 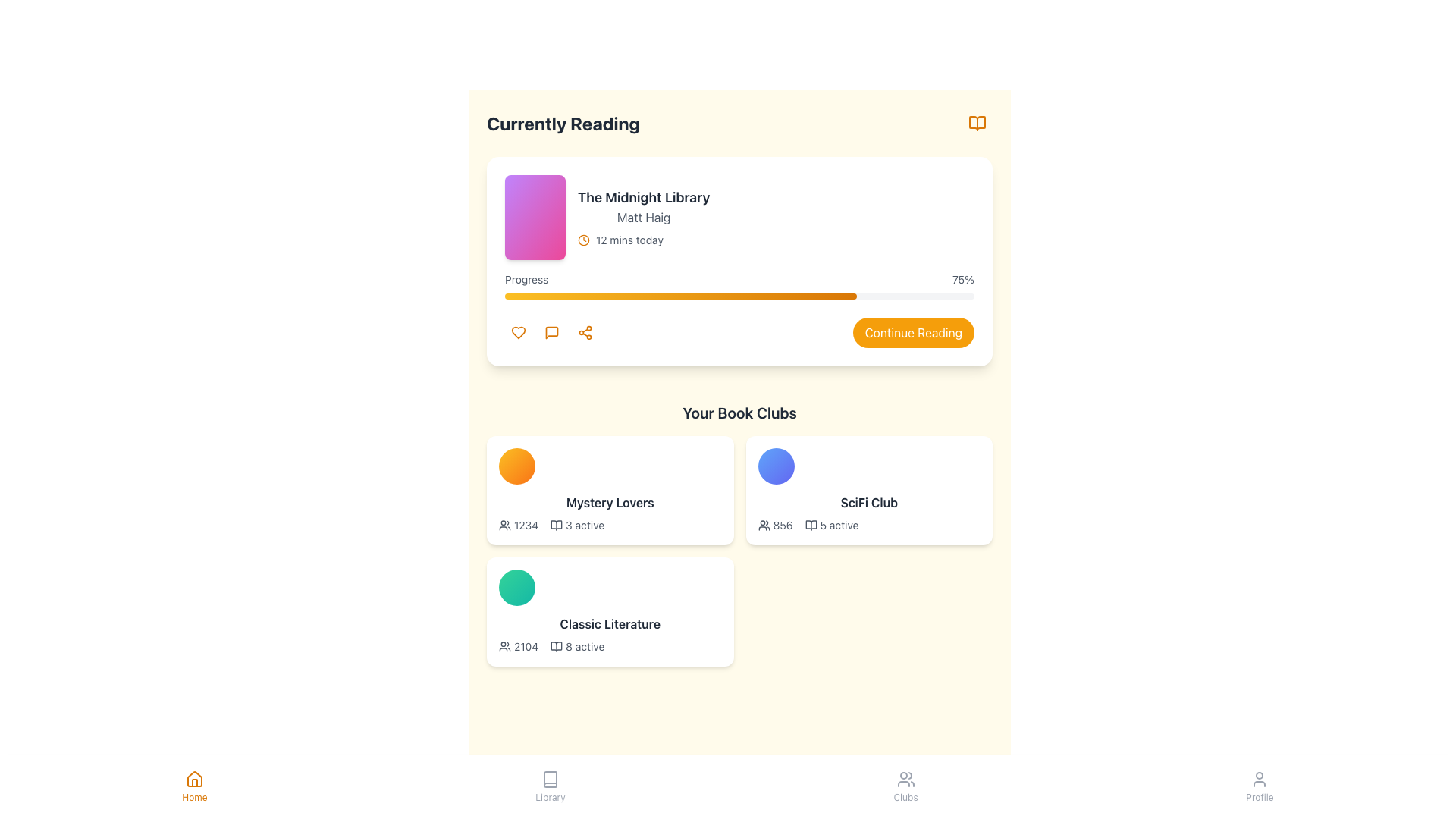 What do you see at coordinates (519, 332) in the screenshot?
I see `the circular button with a heart icon inside, located at the bottom-left of the 'Currently Reading' card, to change its background color to amber` at bounding box center [519, 332].